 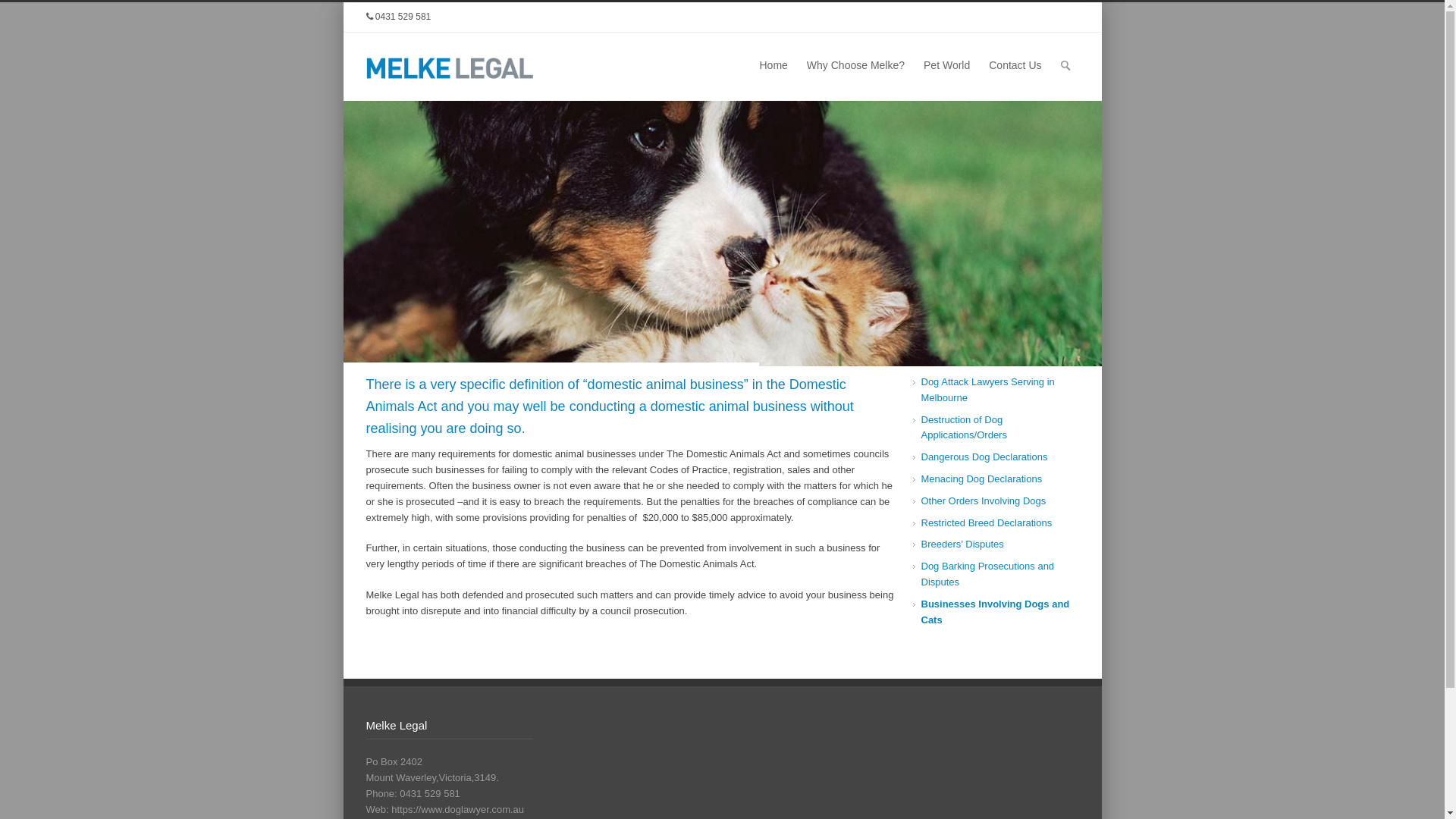 What do you see at coordinates (987, 573) in the screenshot?
I see `'Dog Barking Prosecutions and Disputes'` at bounding box center [987, 573].